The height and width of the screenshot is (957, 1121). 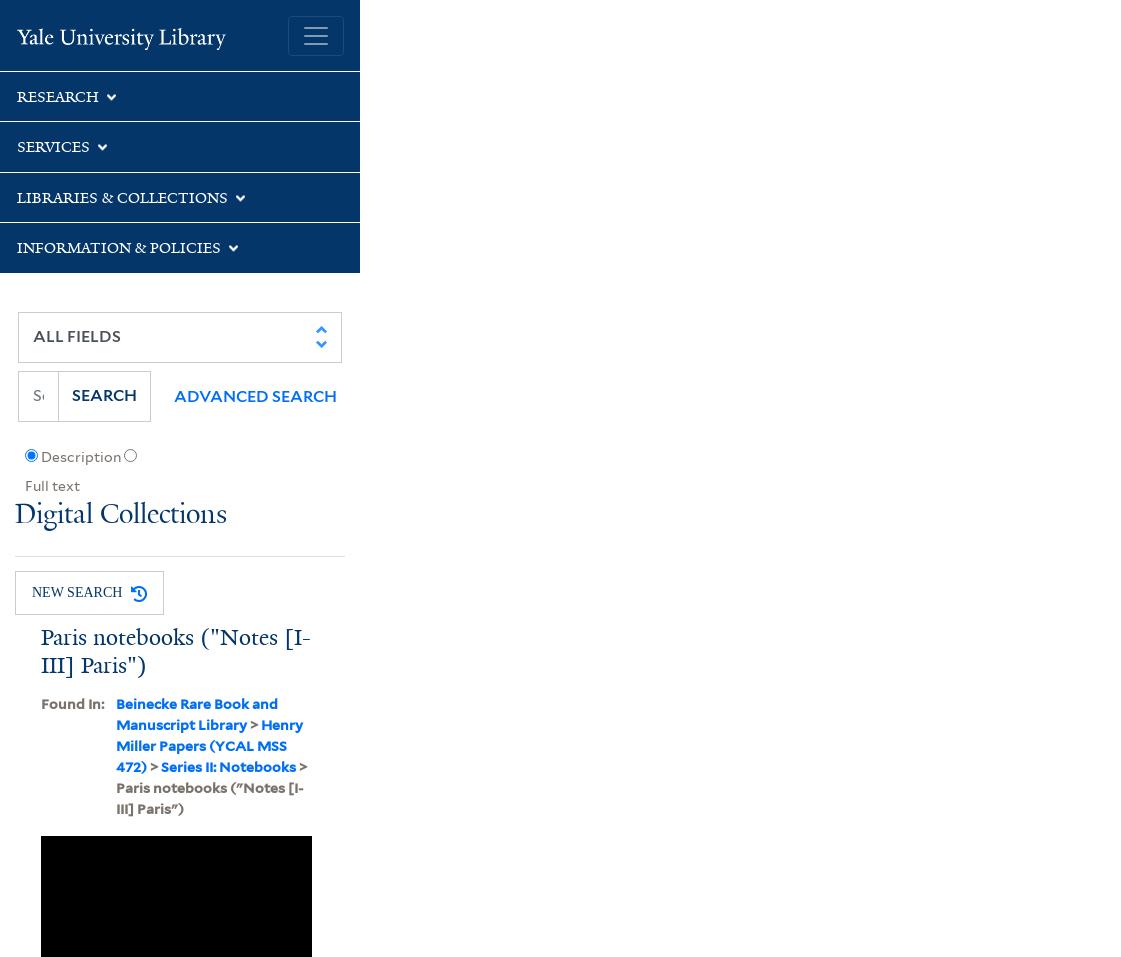 I want to click on 'Libraries & Collections', so click(x=15, y=196).